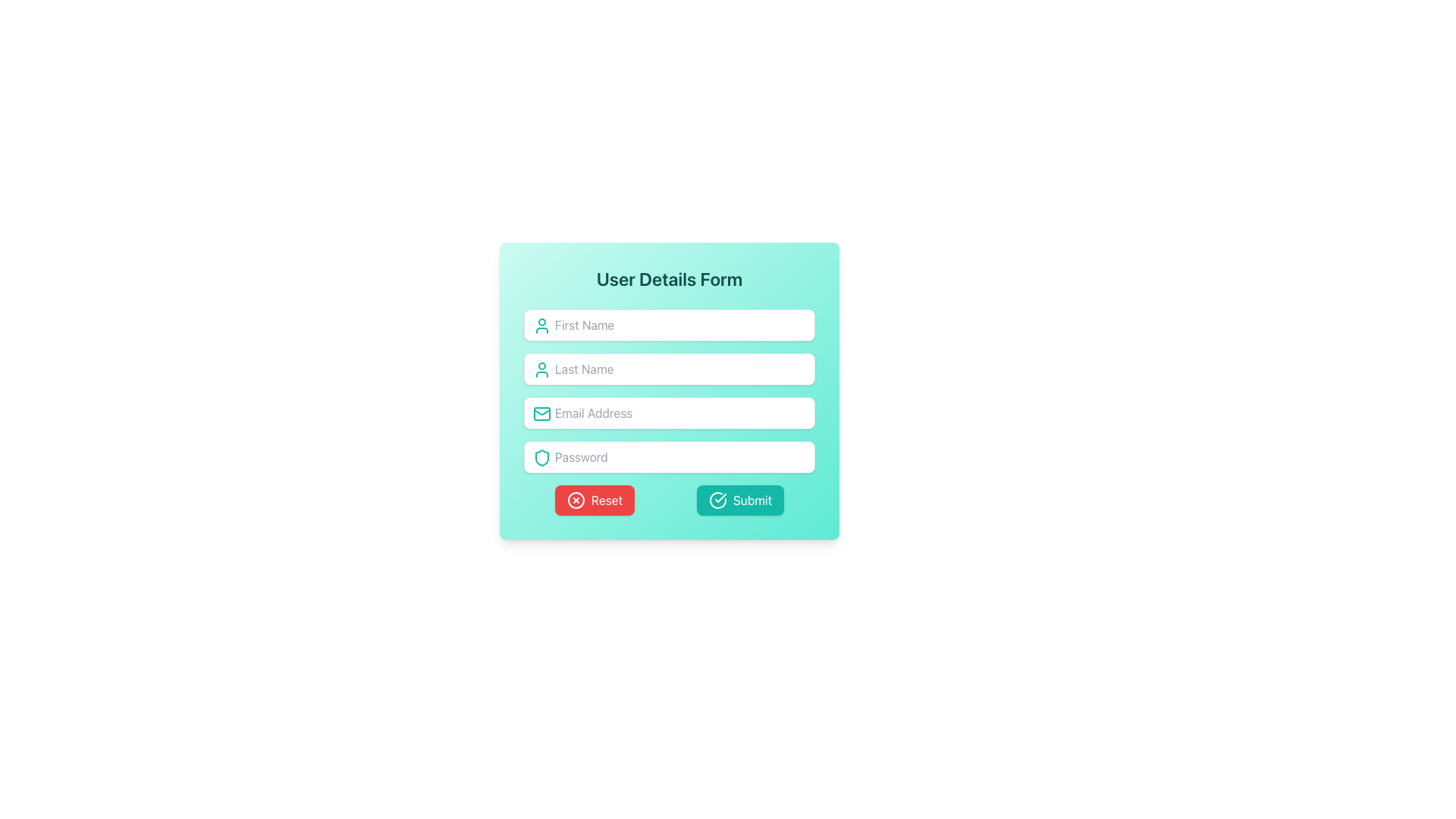  What do you see at coordinates (740, 500) in the screenshot?
I see `the submit button located on the right side of the footer section of the 'User Details Form'` at bounding box center [740, 500].